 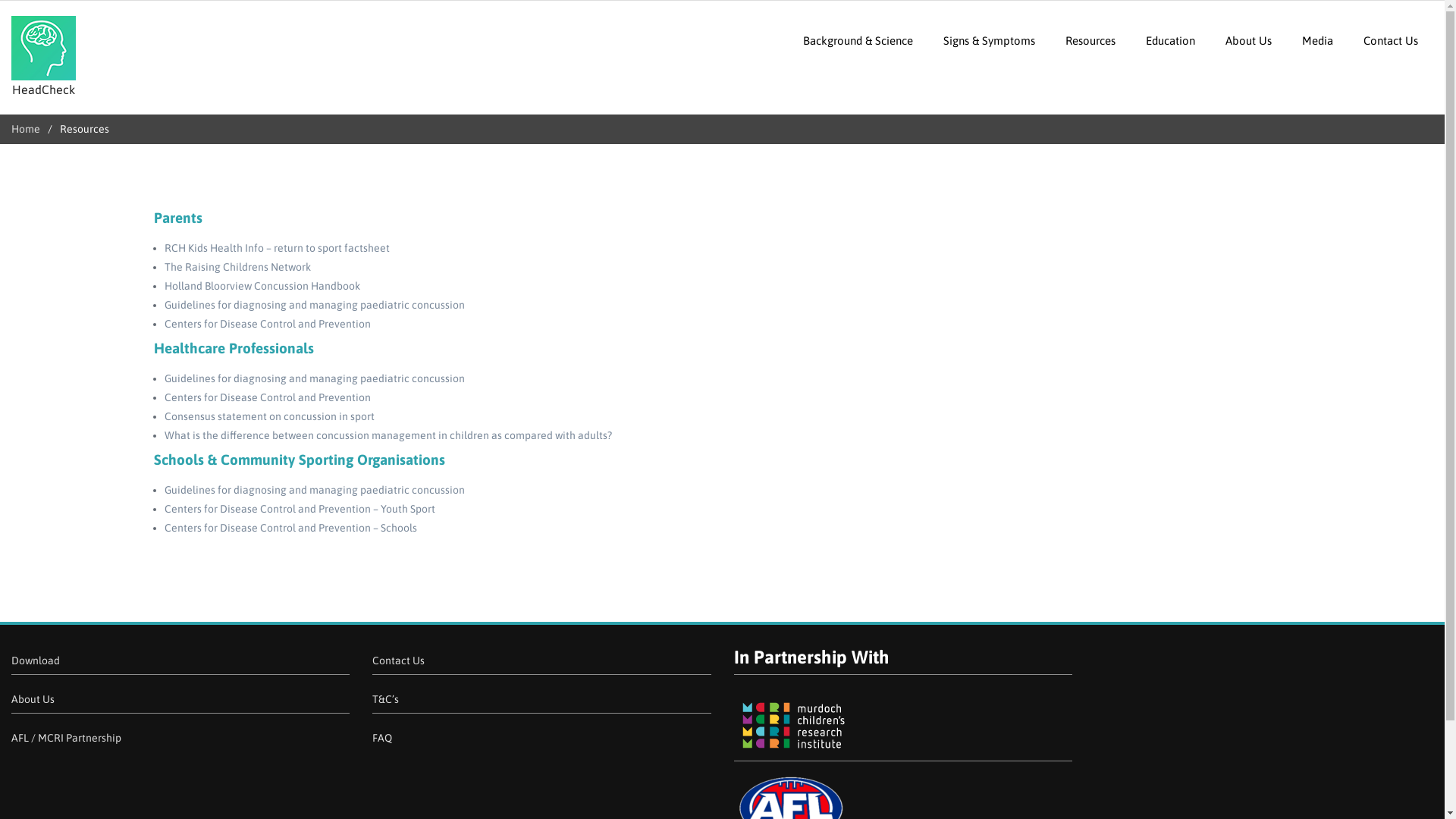 I want to click on 'Background & Science', so click(x=858, y=39).